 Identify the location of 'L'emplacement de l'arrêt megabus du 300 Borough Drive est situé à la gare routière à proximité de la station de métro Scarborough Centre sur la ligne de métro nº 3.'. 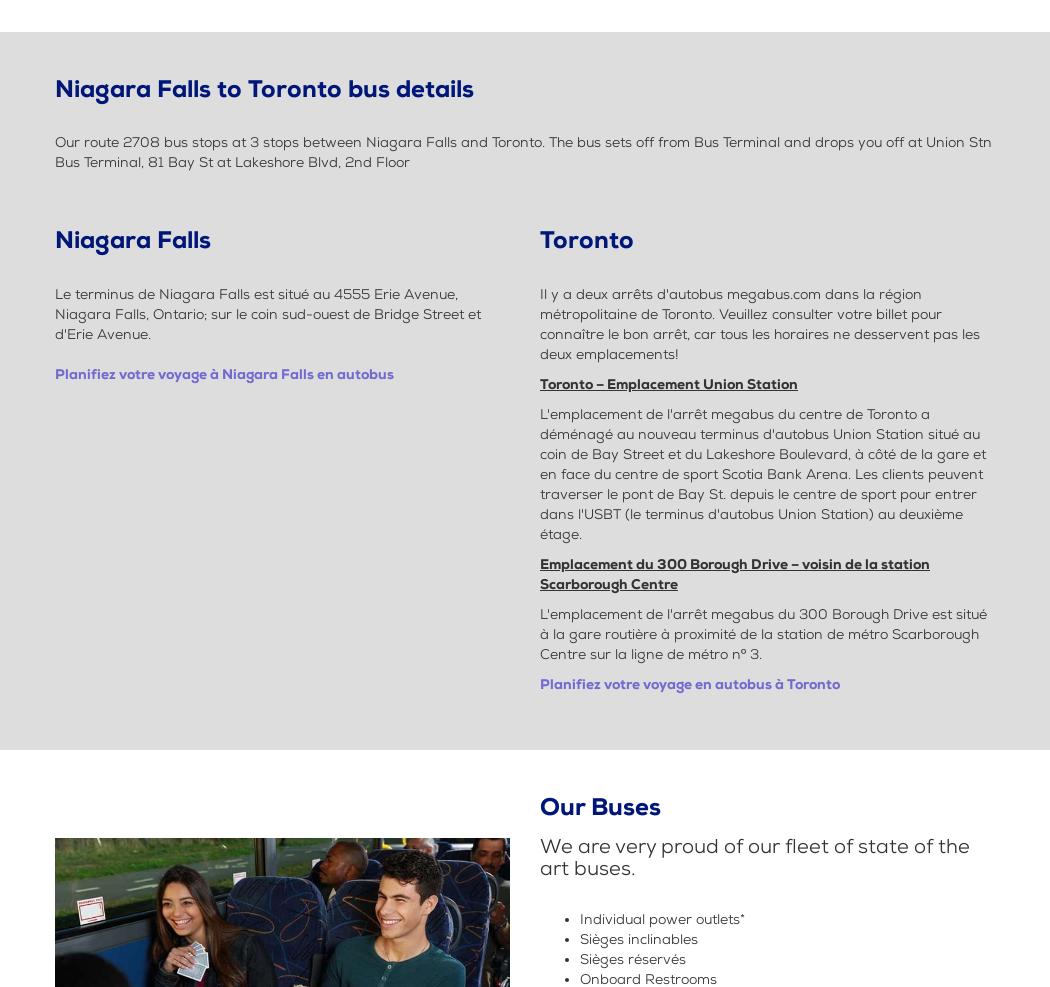
(540, 632).